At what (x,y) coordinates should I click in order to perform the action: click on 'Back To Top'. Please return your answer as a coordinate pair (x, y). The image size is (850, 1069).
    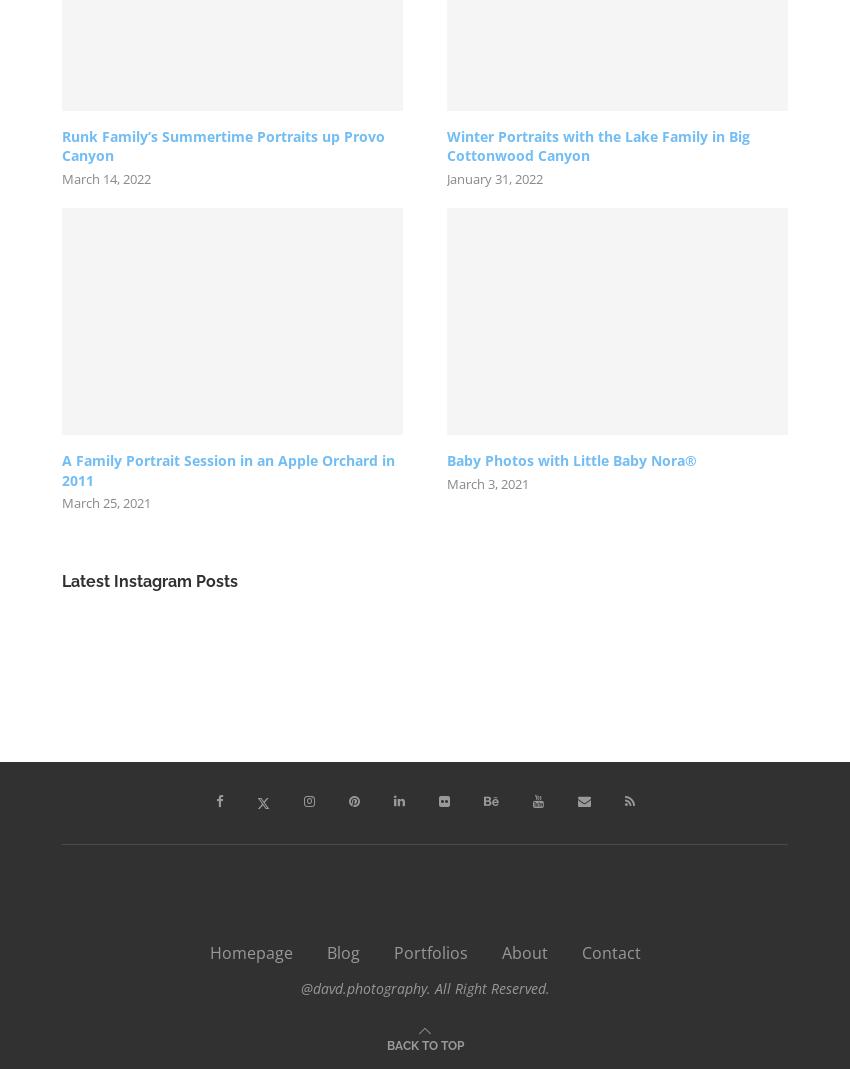
    Looking at the image, I should click on (424, 1044).